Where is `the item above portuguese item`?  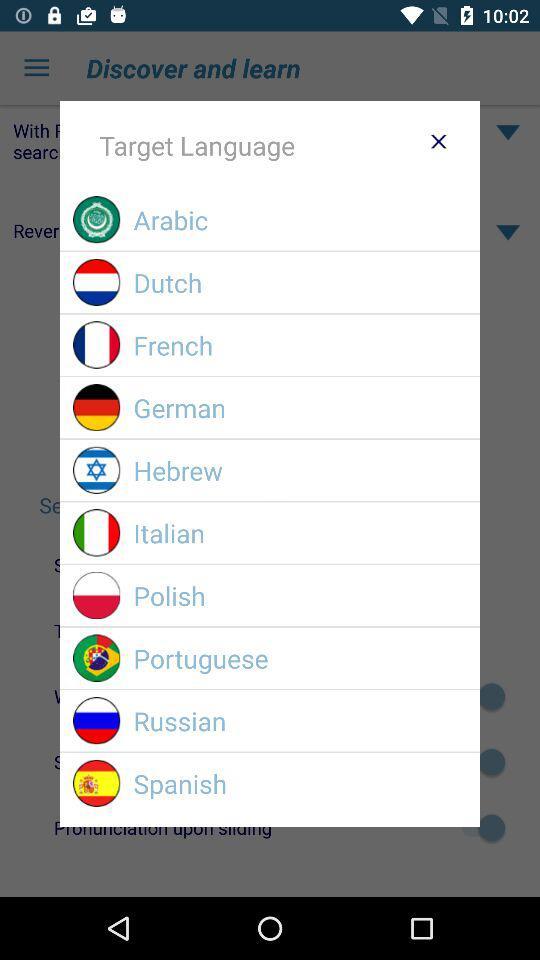
the item above portuguese item is located at coordinates (299, 595).